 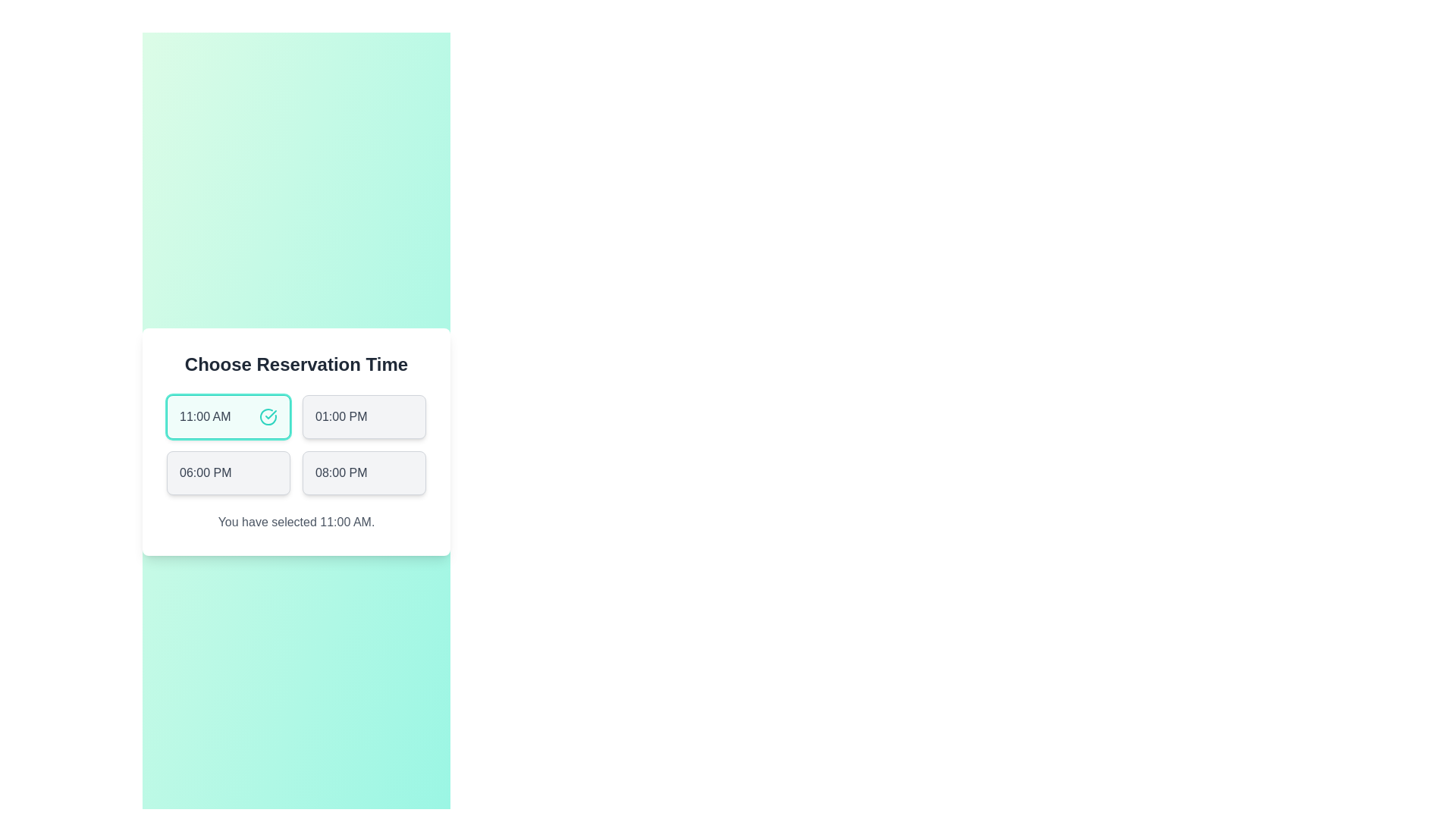 What do you see at coordinates (296, 441) in the screenshot?
I see `the interactive button grid within the modal titled 'Choose Reservation Time'` at bounding box center [296, 441].